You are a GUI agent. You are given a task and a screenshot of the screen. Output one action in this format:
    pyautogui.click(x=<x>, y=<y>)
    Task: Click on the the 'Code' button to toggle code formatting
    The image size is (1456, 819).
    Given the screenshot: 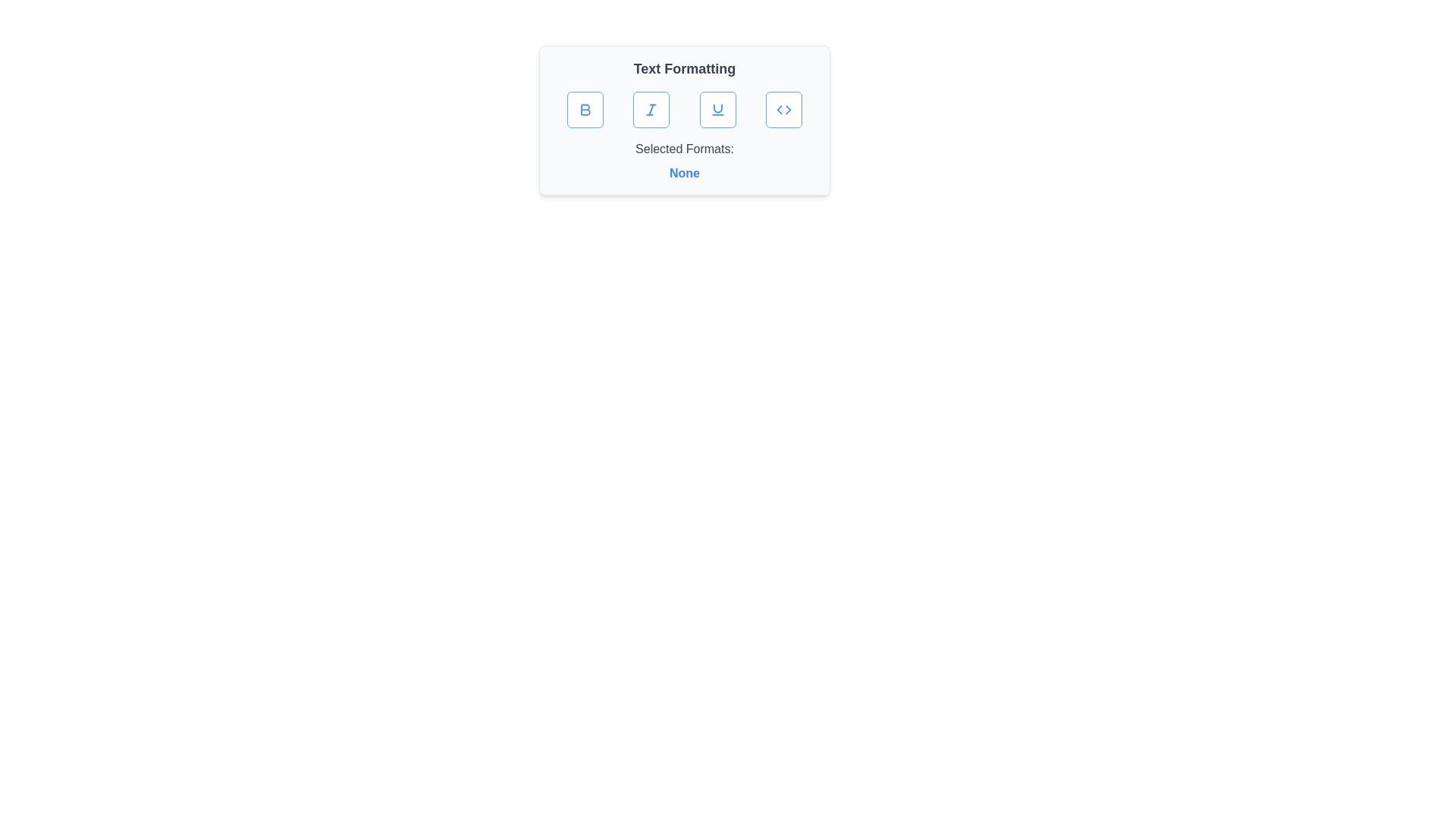 What is the action you would take?
    pyautogui.click(x=784, y=109)
    